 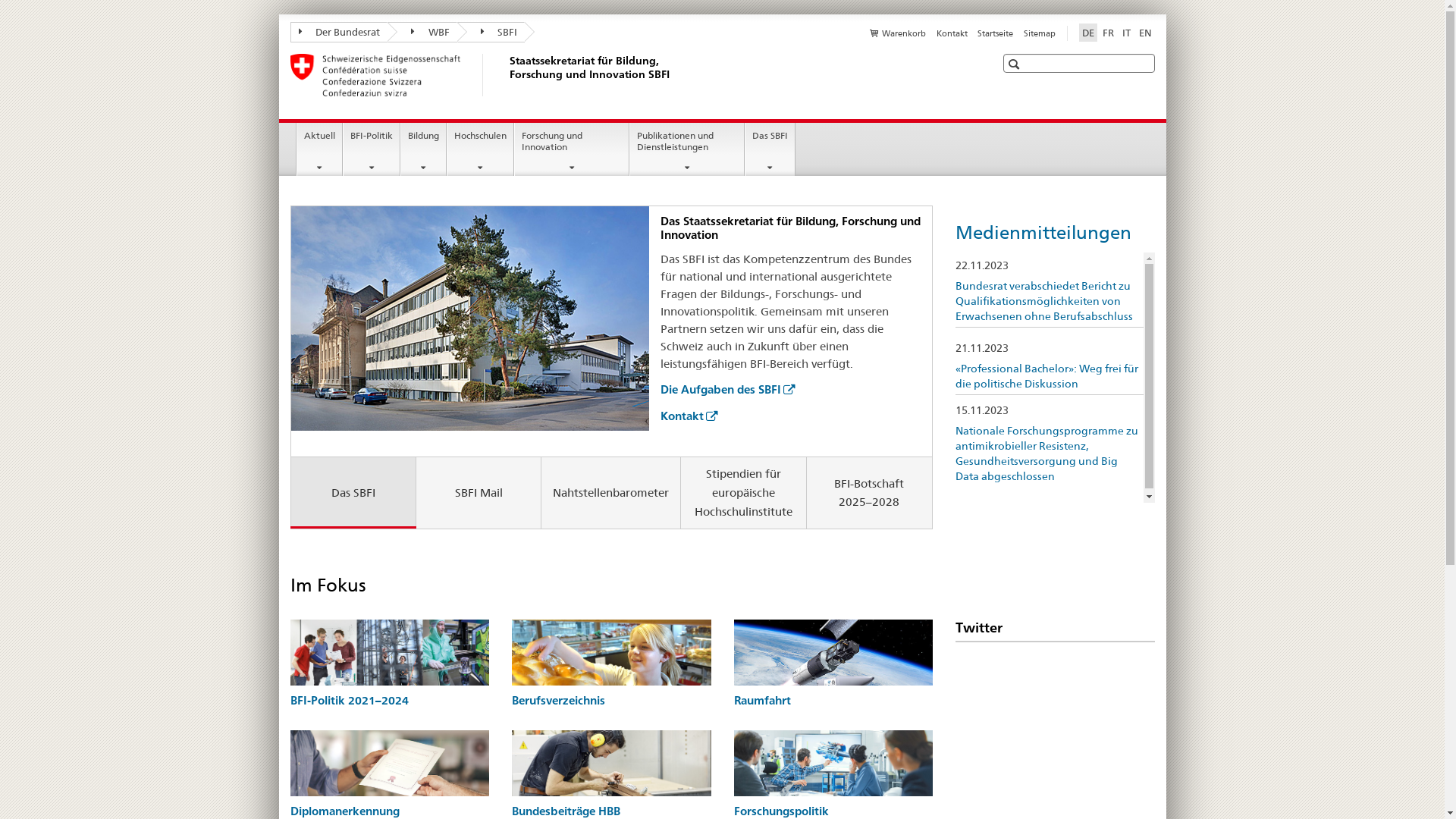 What do you see at coordinates (977, 33) in the screenshot?
I see `'Startseite'` at bounding box center [977, 33].